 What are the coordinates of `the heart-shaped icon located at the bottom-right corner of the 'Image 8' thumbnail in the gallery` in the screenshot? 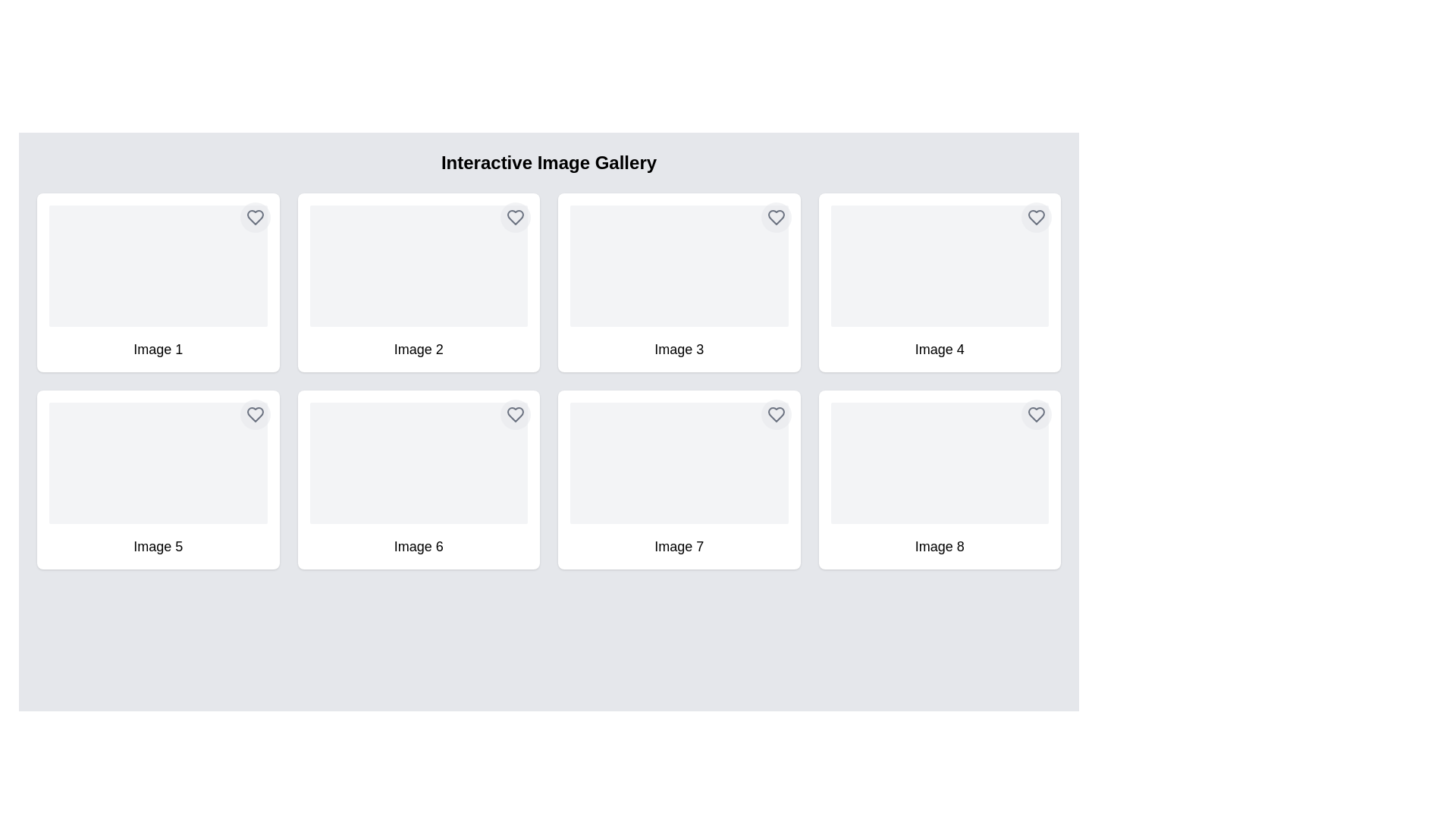 It's located at (1036, 415).